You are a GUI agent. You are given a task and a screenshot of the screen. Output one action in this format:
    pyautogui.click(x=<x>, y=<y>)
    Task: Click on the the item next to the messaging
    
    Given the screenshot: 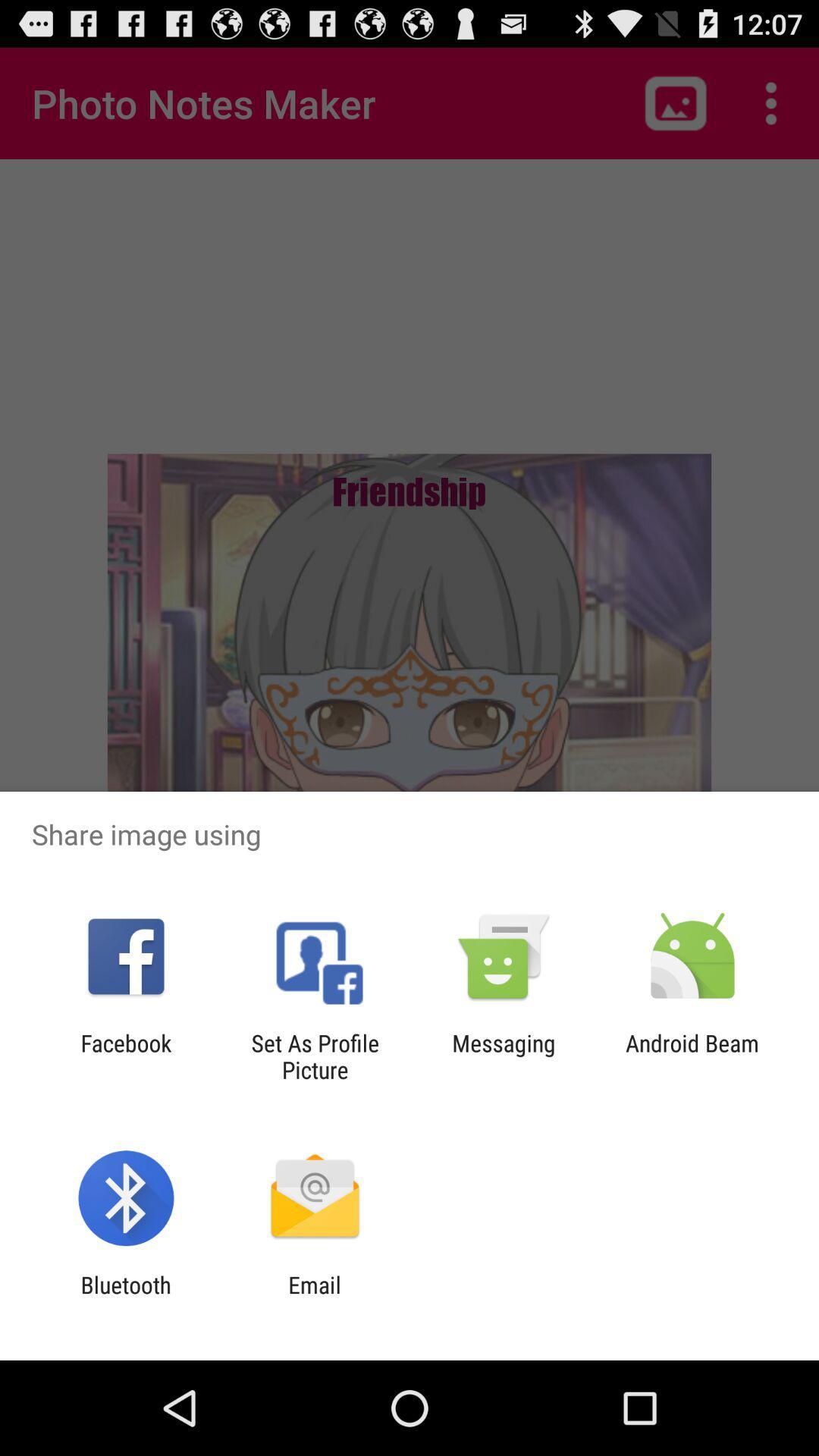 What is the action you would take?
    pyautogui.click(x=314, y=1056)
    